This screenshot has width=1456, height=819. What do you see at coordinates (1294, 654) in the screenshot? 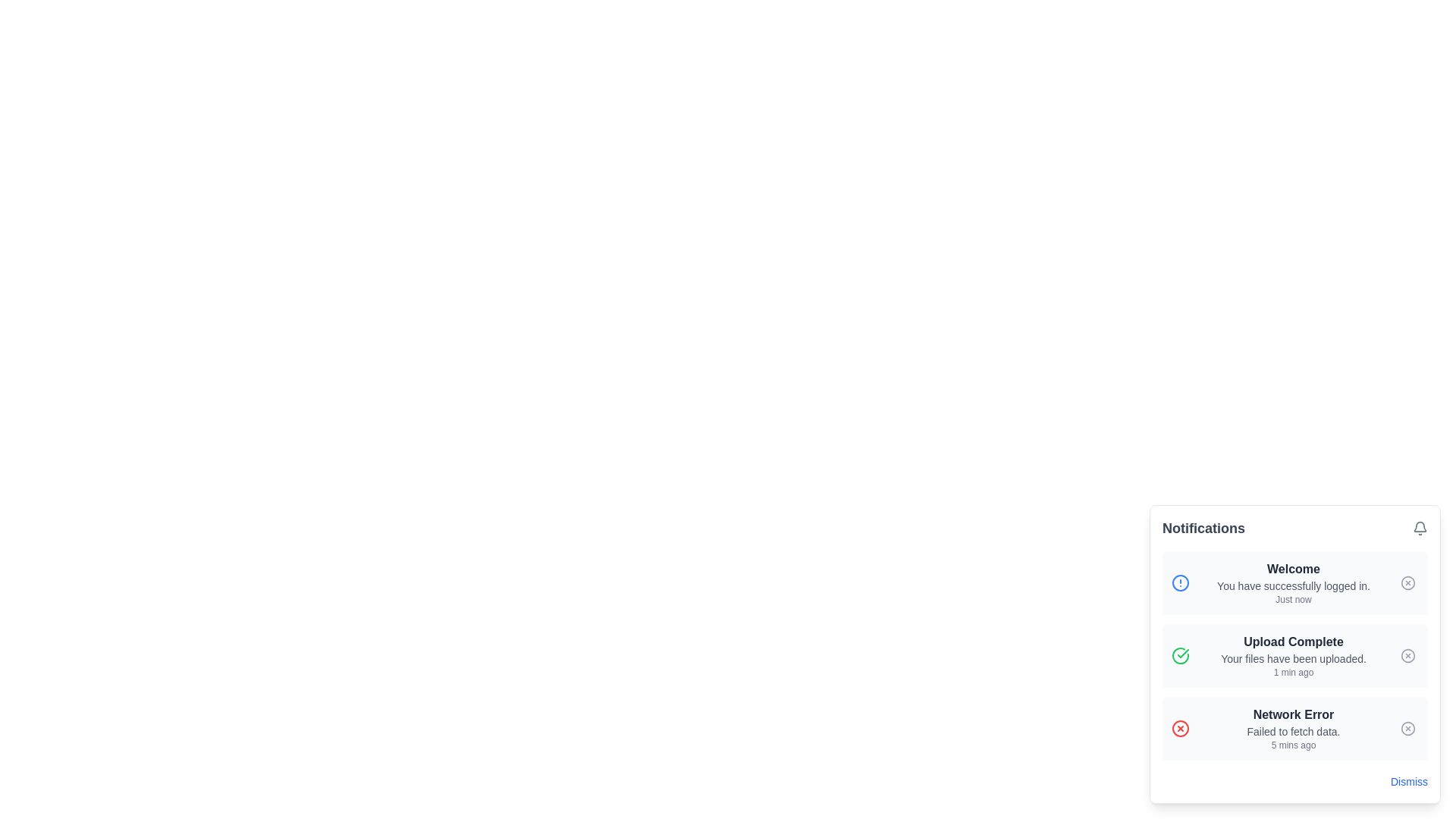
I see `the notification panel located at the bottom right corner of the interface, which has a white background, rounded corners, and displays the heading 'Notifications'` at bounding box center [1294, 654].